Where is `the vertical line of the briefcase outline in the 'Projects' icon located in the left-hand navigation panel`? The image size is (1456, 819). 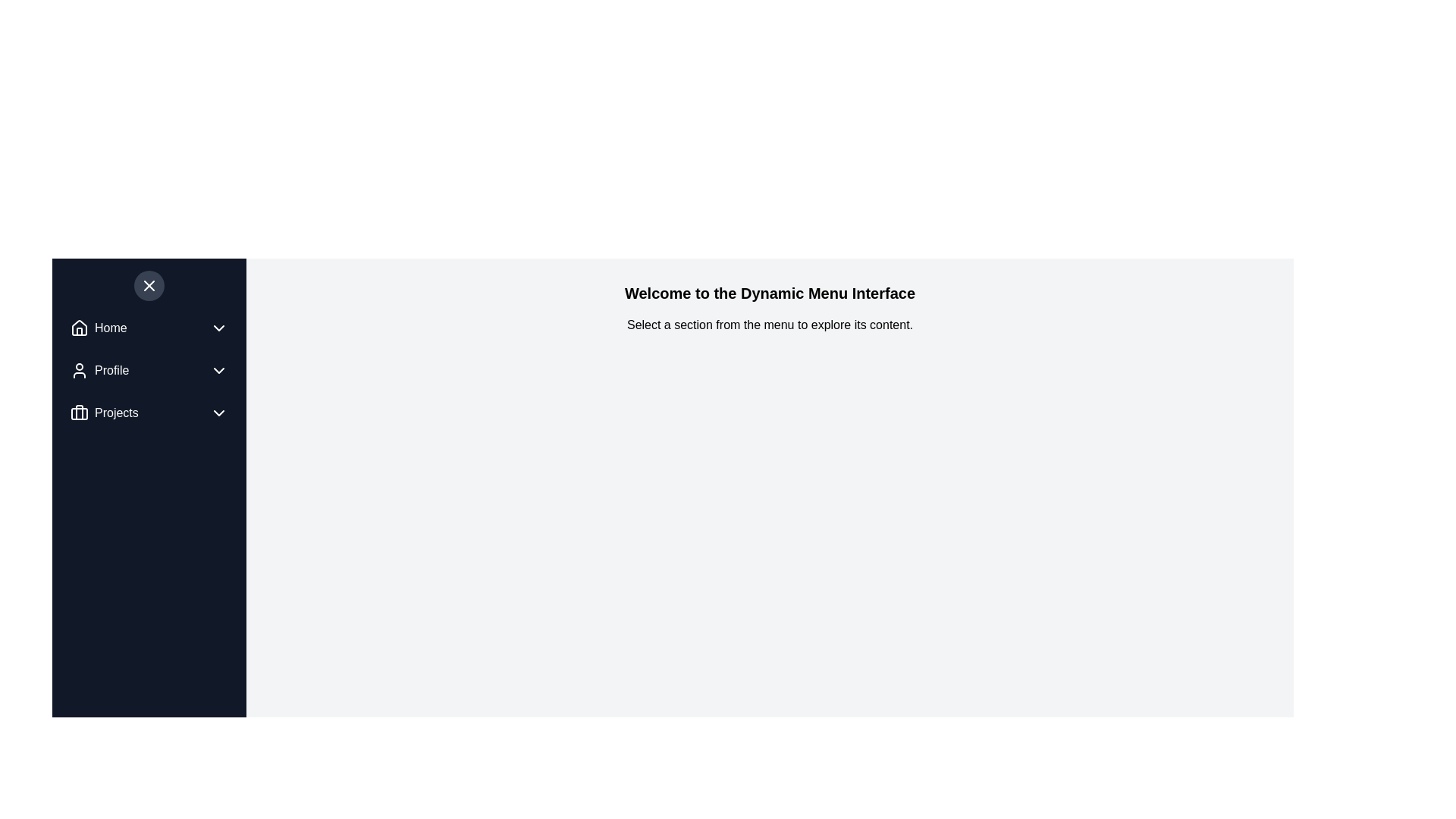 the vertical line of the briefcase outline in the 'Projects' icon located in the left-hand navigation panel is located at coordinates (79, 412).